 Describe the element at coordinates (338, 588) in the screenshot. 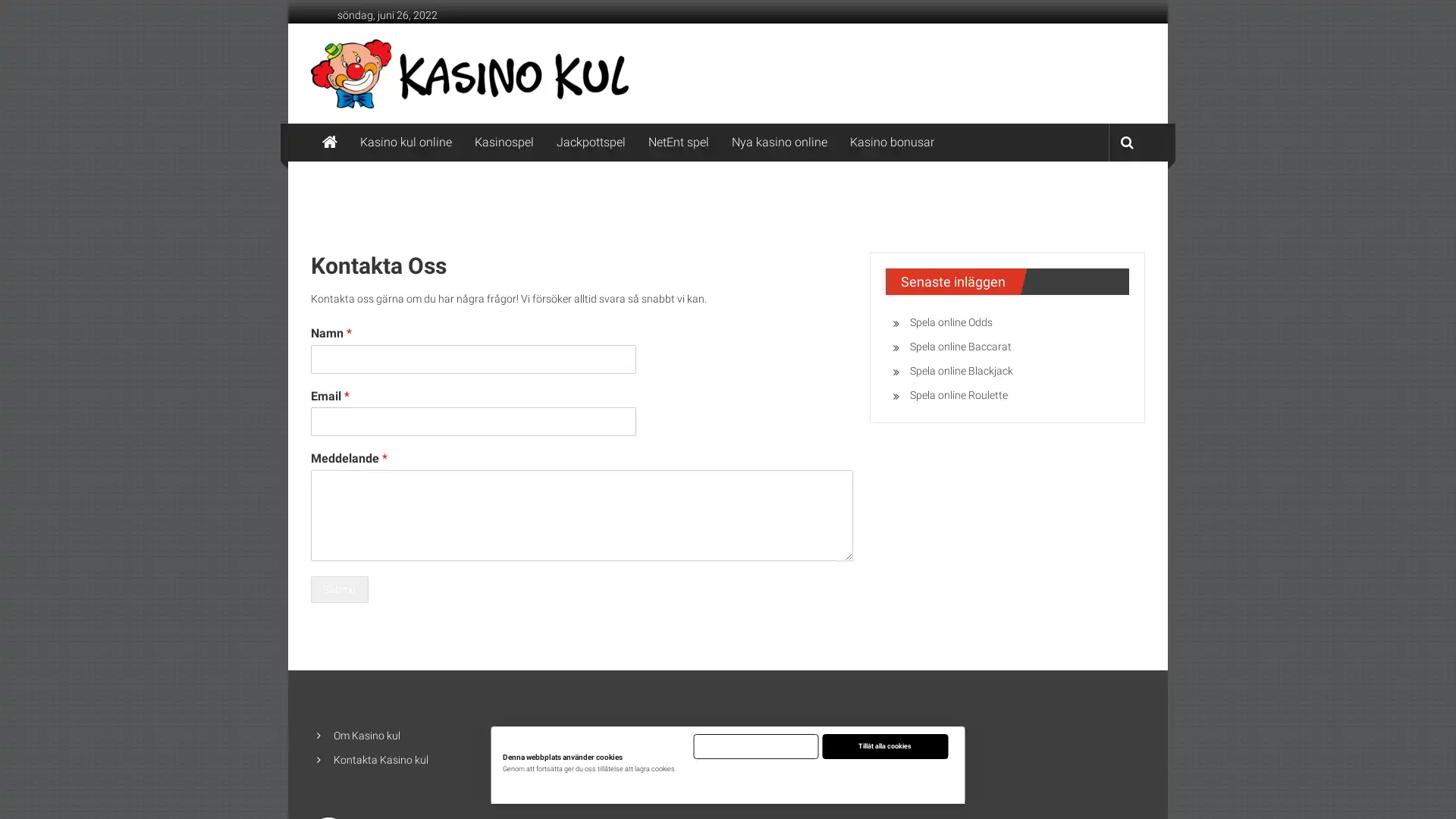

I see `Submit` at that location.